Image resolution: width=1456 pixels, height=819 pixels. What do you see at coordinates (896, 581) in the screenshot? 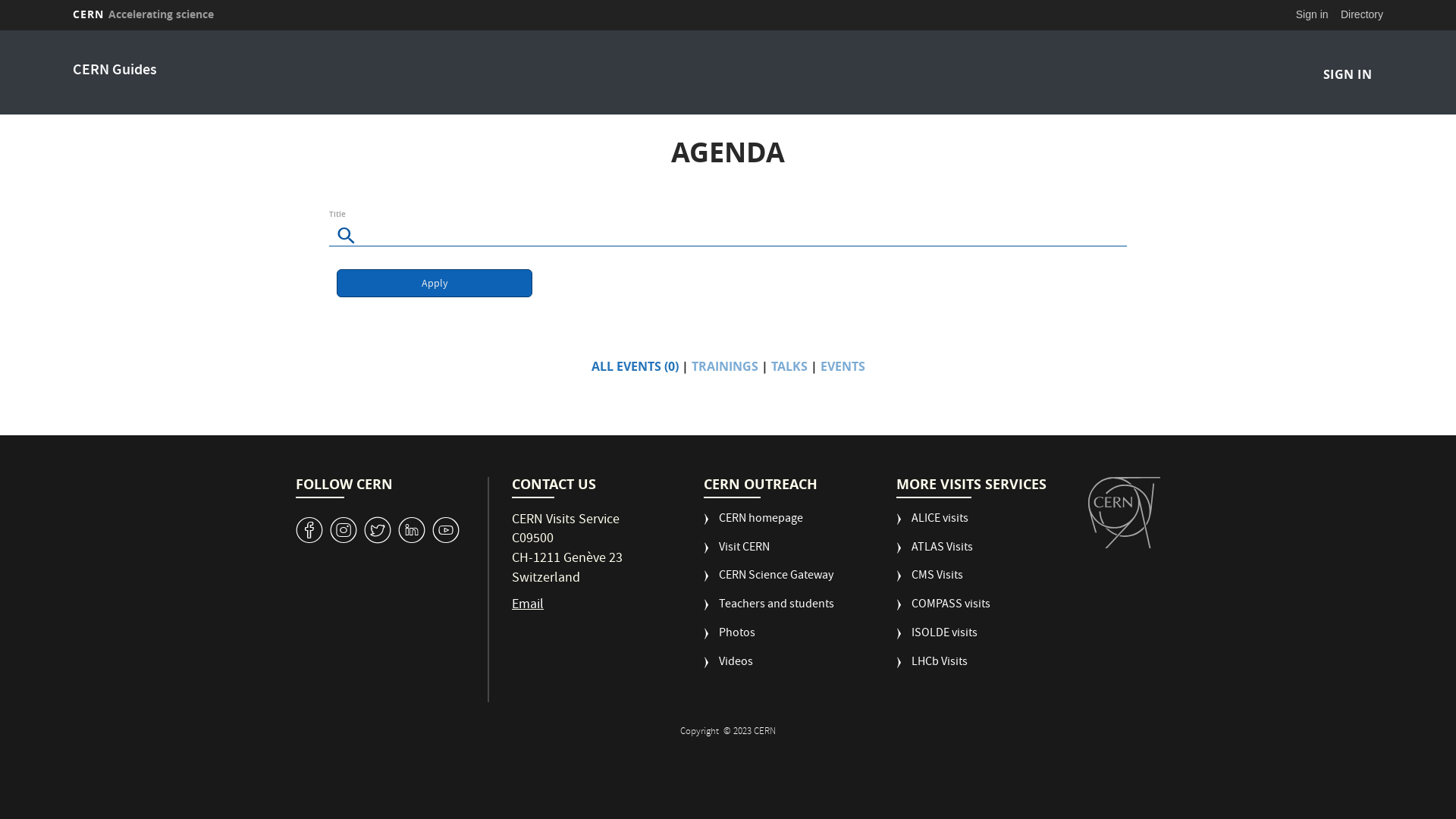
I see `'CMS Visits'` at bounding box center [896, 581].